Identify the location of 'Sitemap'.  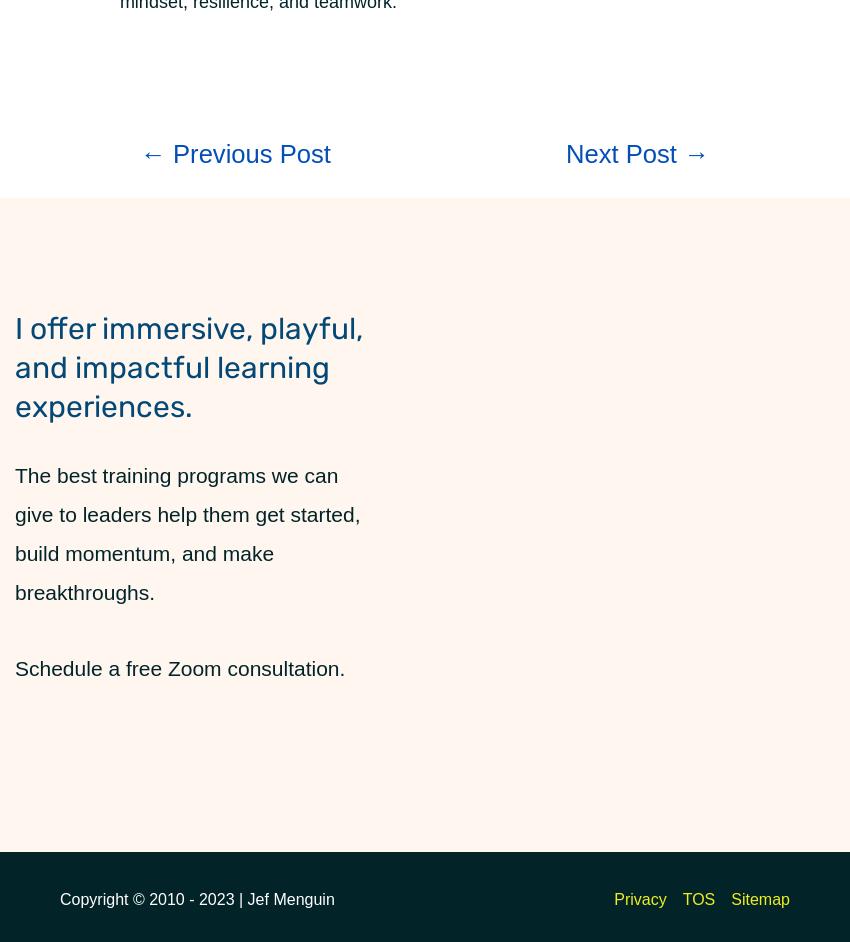
(760, 898).